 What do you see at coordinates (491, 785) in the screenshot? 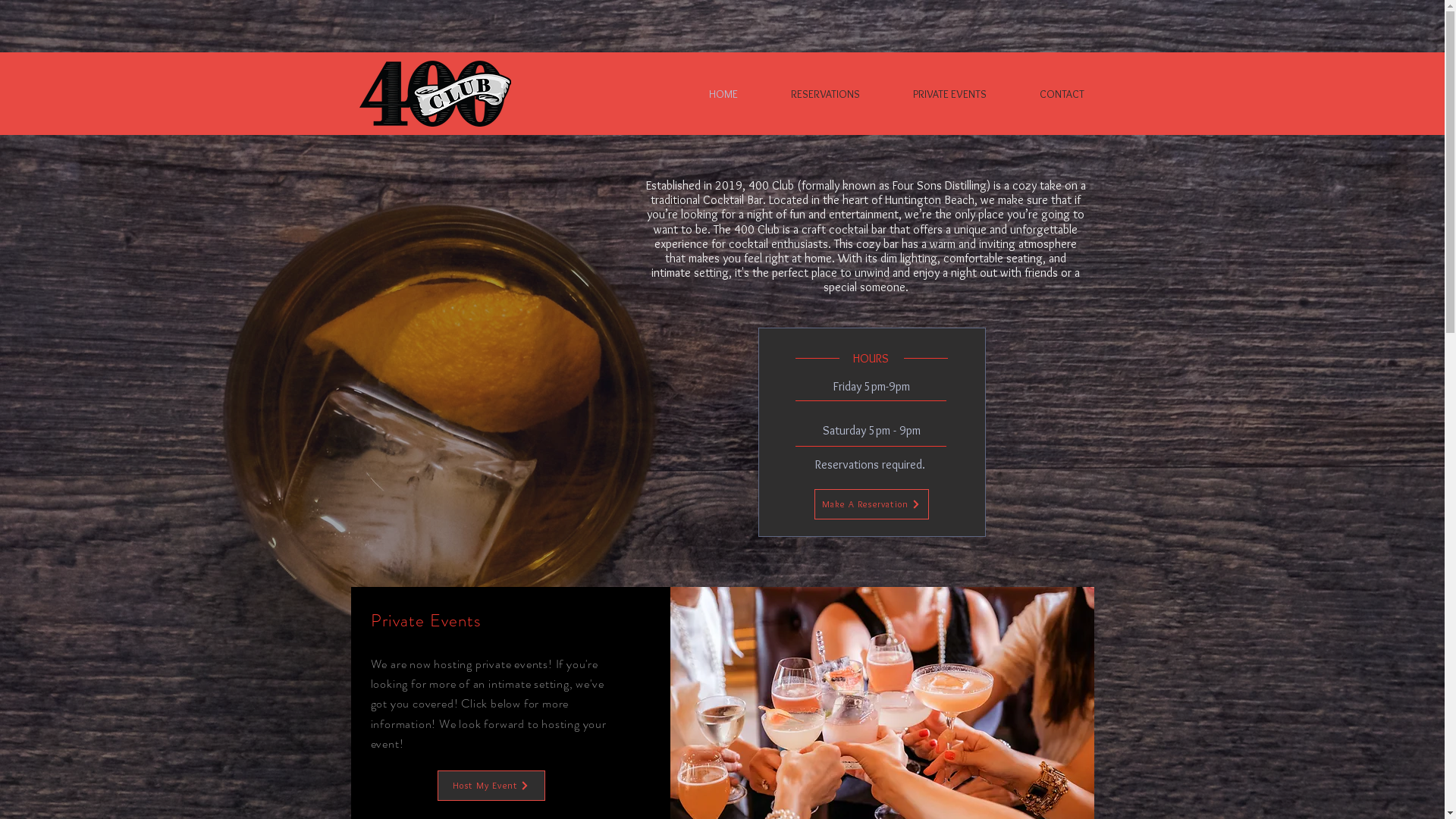
I see `'Host My Event'` at bounding box center [491, 785].